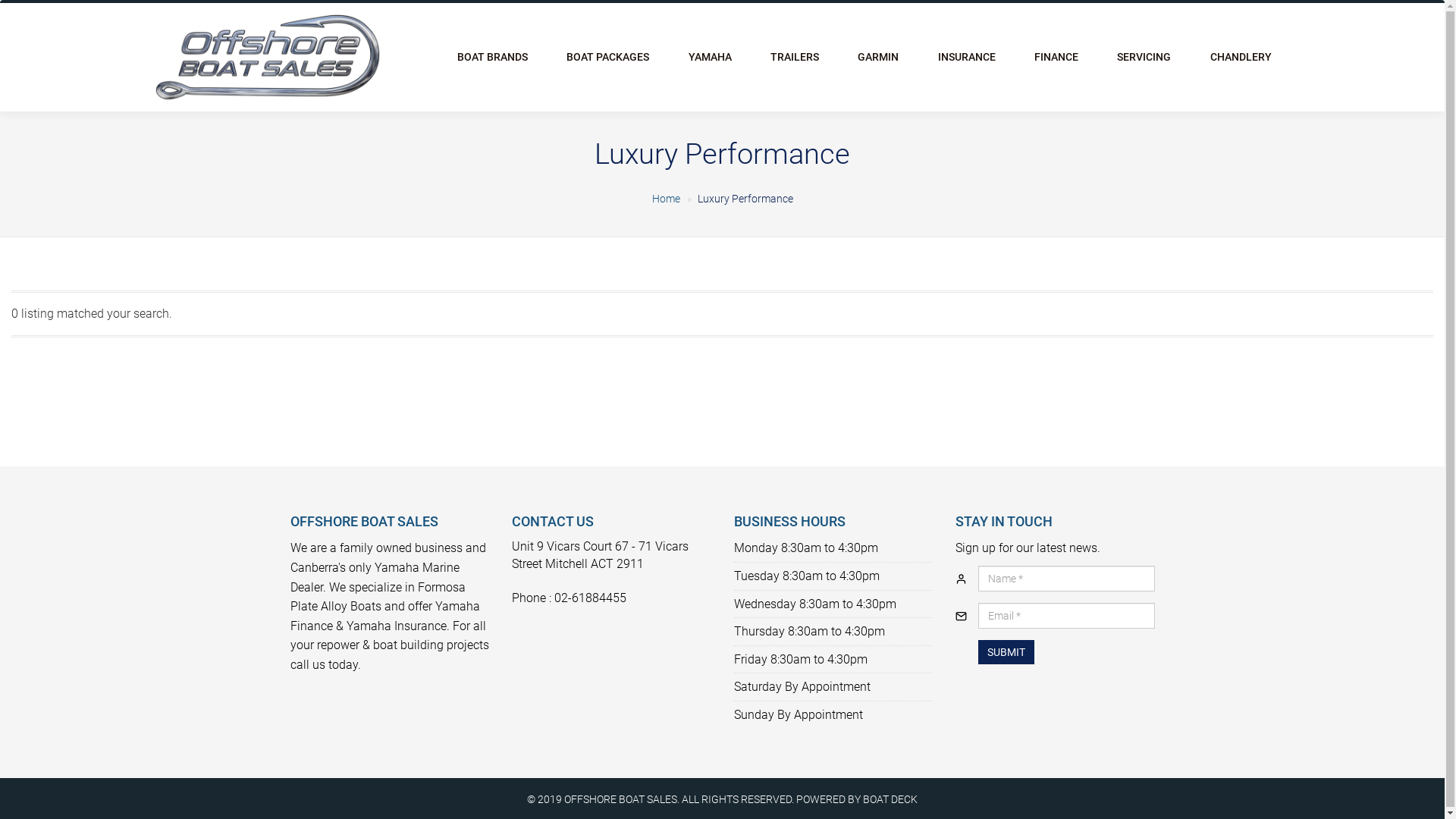 This screenshot has width=1456, height=819. What do you see at coordinates (793, 56) in the screenshot?
I see `'TRAILERS'` at bounding box center [793, 56].